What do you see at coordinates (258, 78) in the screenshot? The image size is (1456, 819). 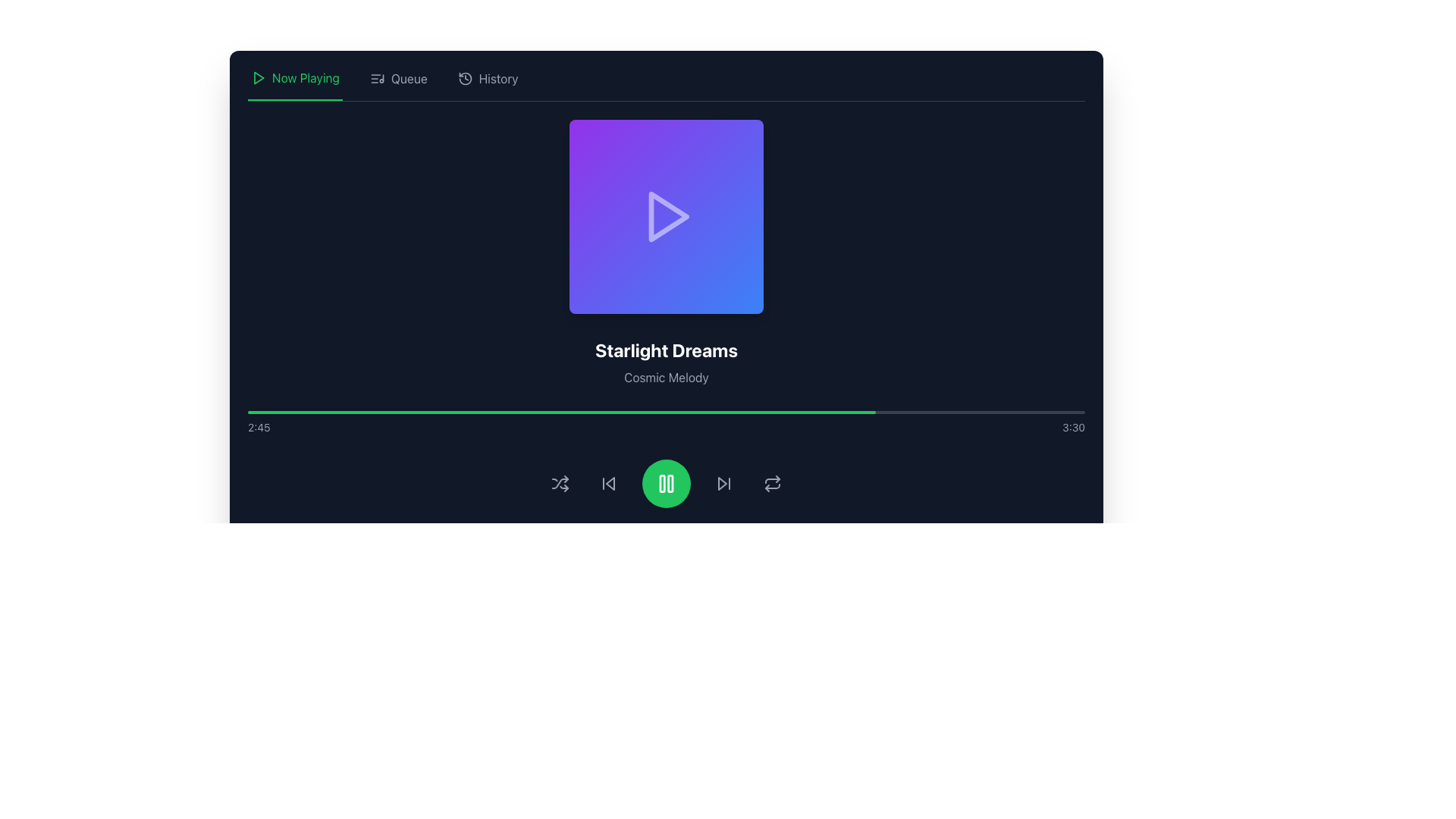 I see `the triangular play icon outlined in green, located at the top left of the interface before the 'Now Playing' text` at bounding box center [258, 78].